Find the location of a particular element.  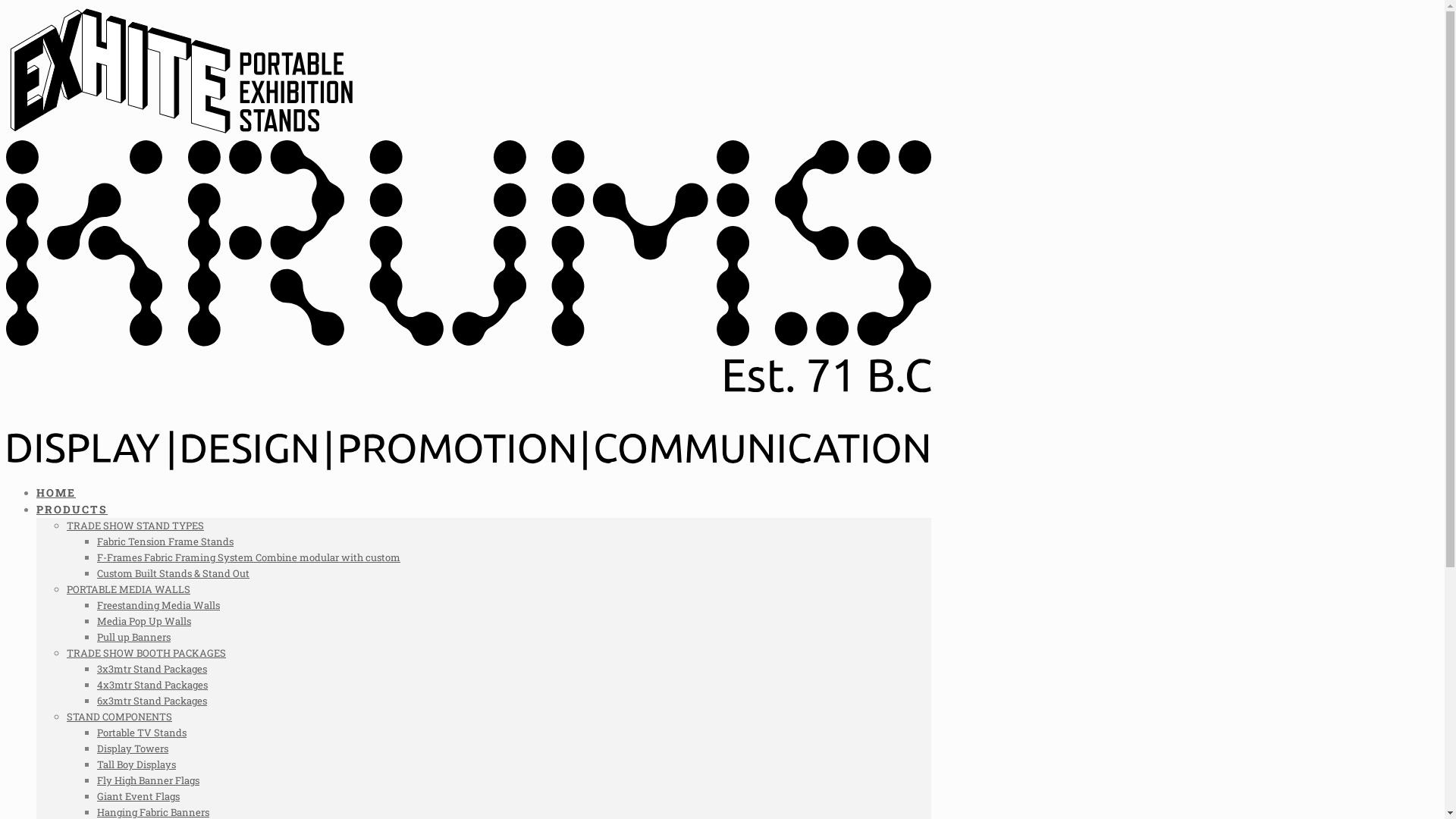

'PORTABLE MEDIA WALLS' is located at coordinates (128, 588).